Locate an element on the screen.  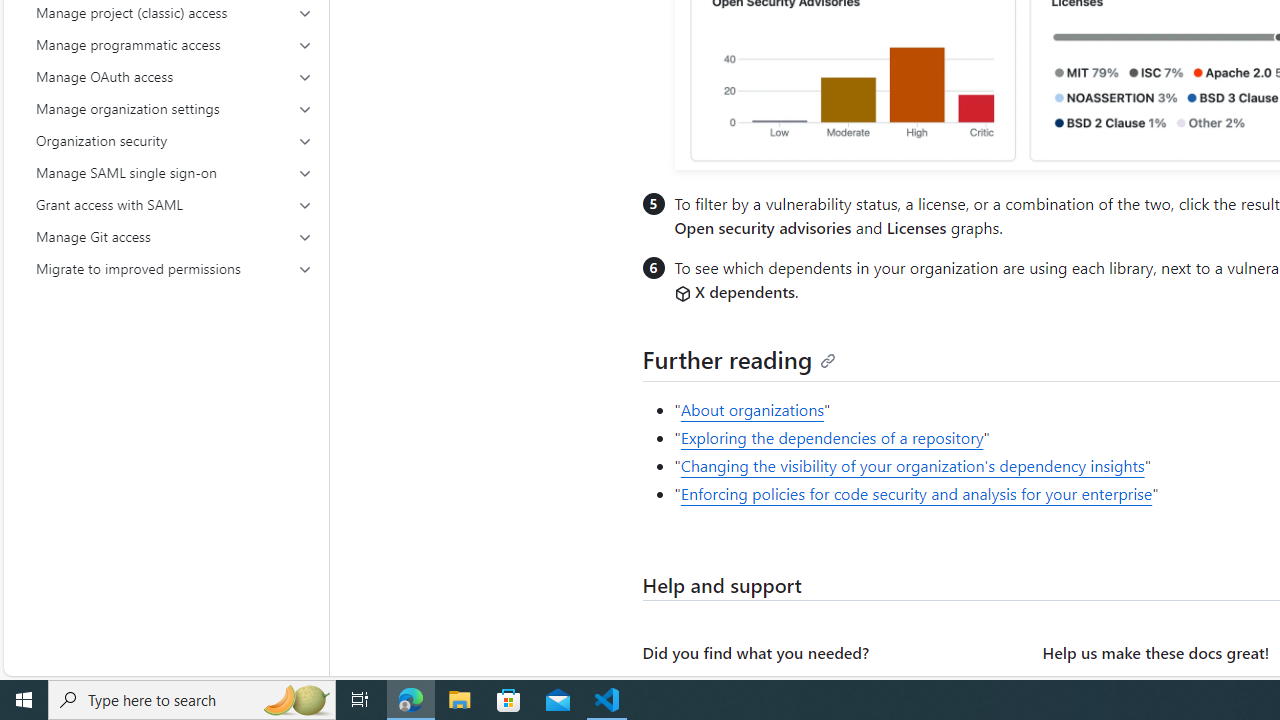
'Exploring the dependencies of a repository' is located at coordinates (832, 437).